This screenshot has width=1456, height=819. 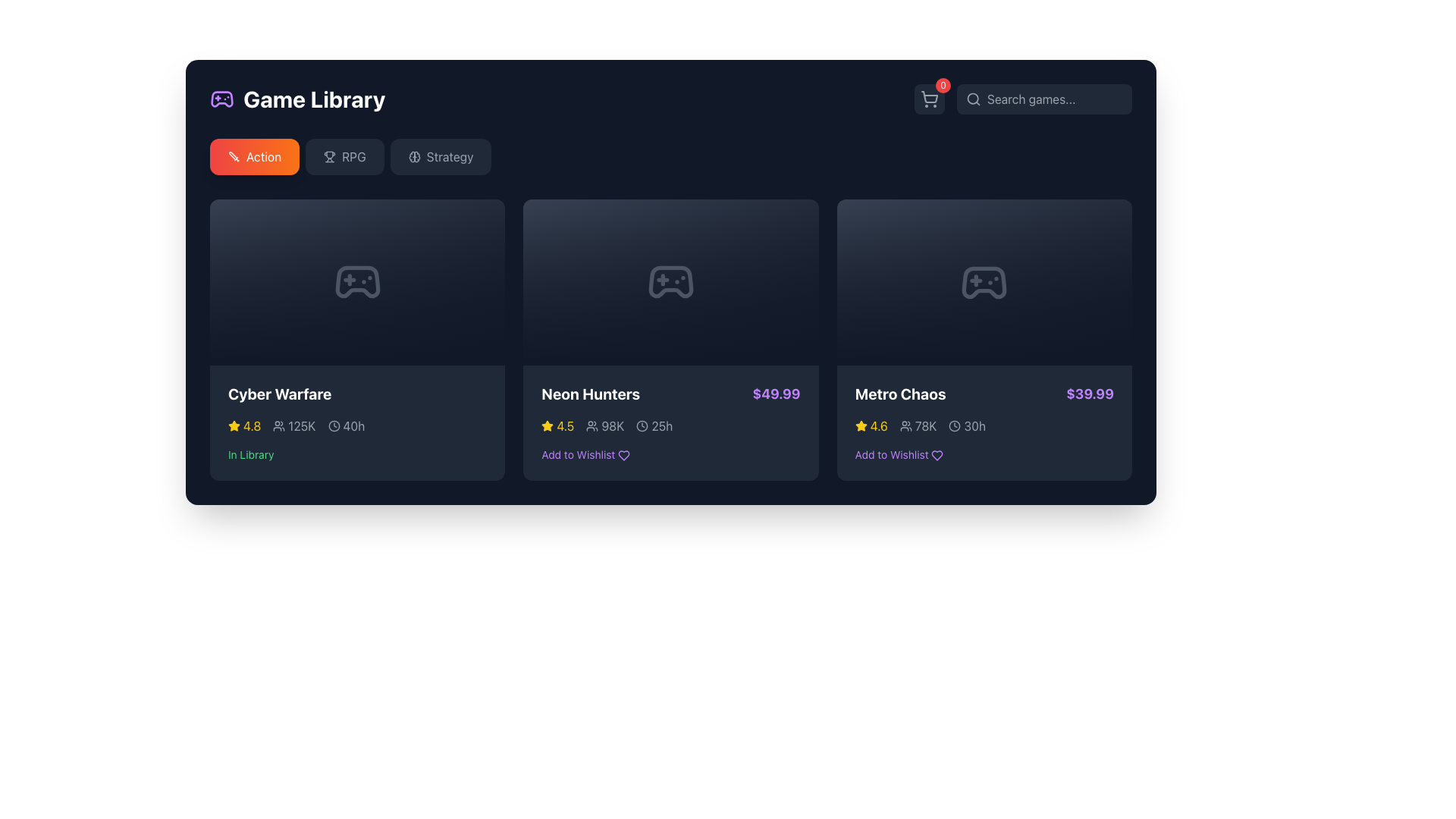 I want to click on the rating value displayed as '4.5' in a yellow star icon on the second content card from the left in the game's list, so click(x=557, y=426).